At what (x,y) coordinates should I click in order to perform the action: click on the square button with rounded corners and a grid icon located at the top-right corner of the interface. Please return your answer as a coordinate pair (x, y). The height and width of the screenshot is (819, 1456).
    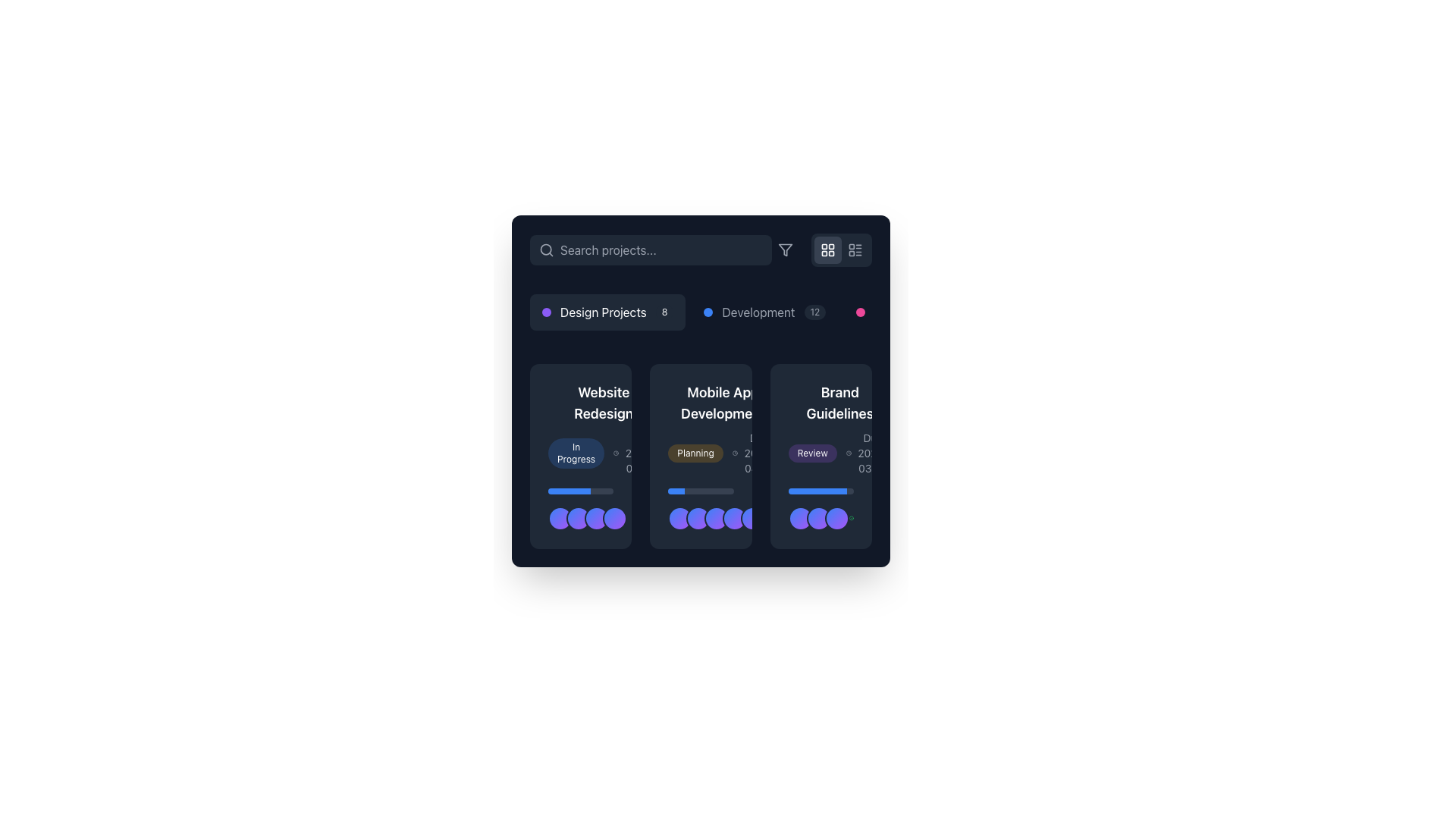
    Looking at the image, I should click on (827, 249).